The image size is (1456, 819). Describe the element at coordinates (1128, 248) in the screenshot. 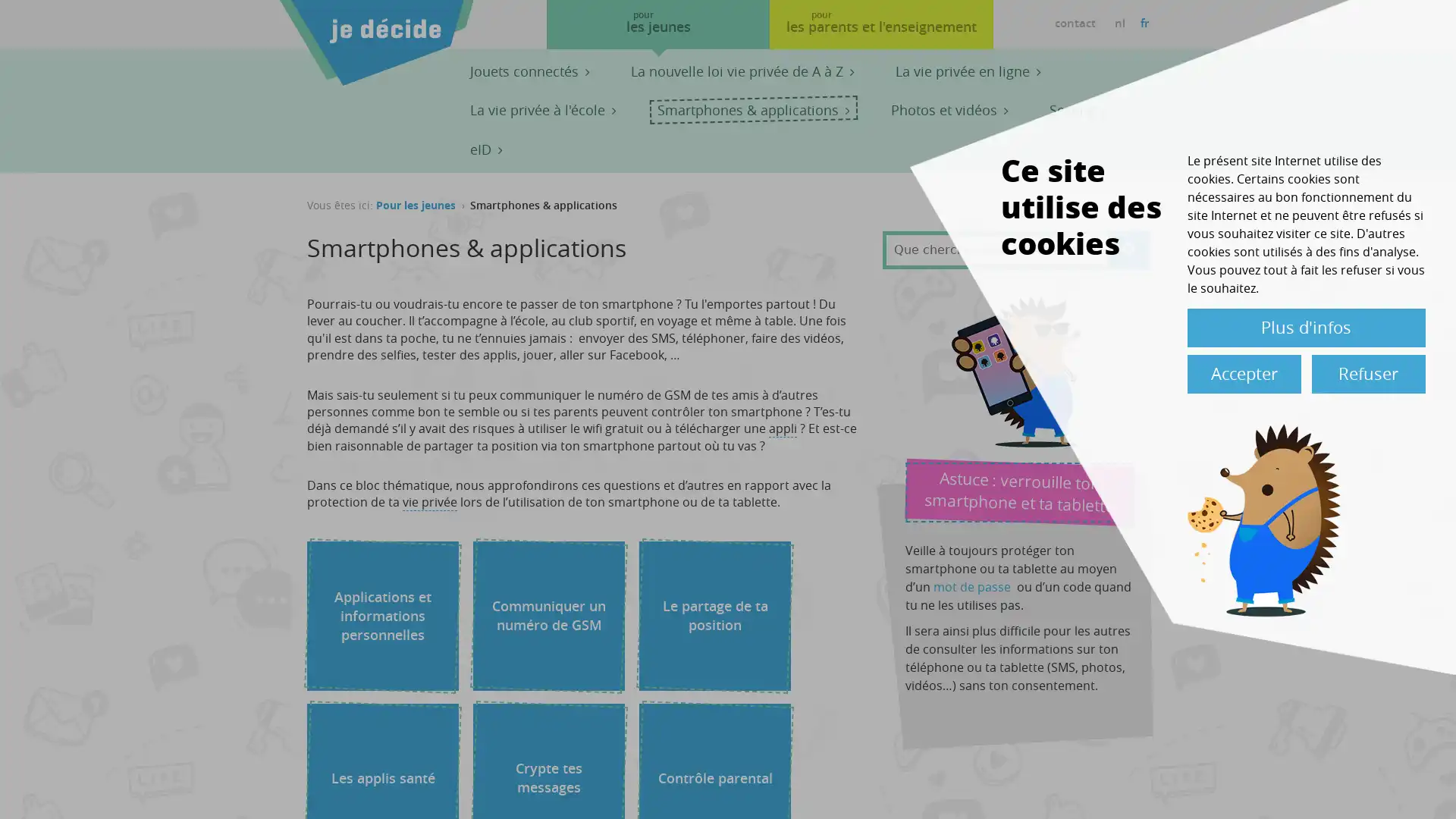

I see `Apply` at that location.